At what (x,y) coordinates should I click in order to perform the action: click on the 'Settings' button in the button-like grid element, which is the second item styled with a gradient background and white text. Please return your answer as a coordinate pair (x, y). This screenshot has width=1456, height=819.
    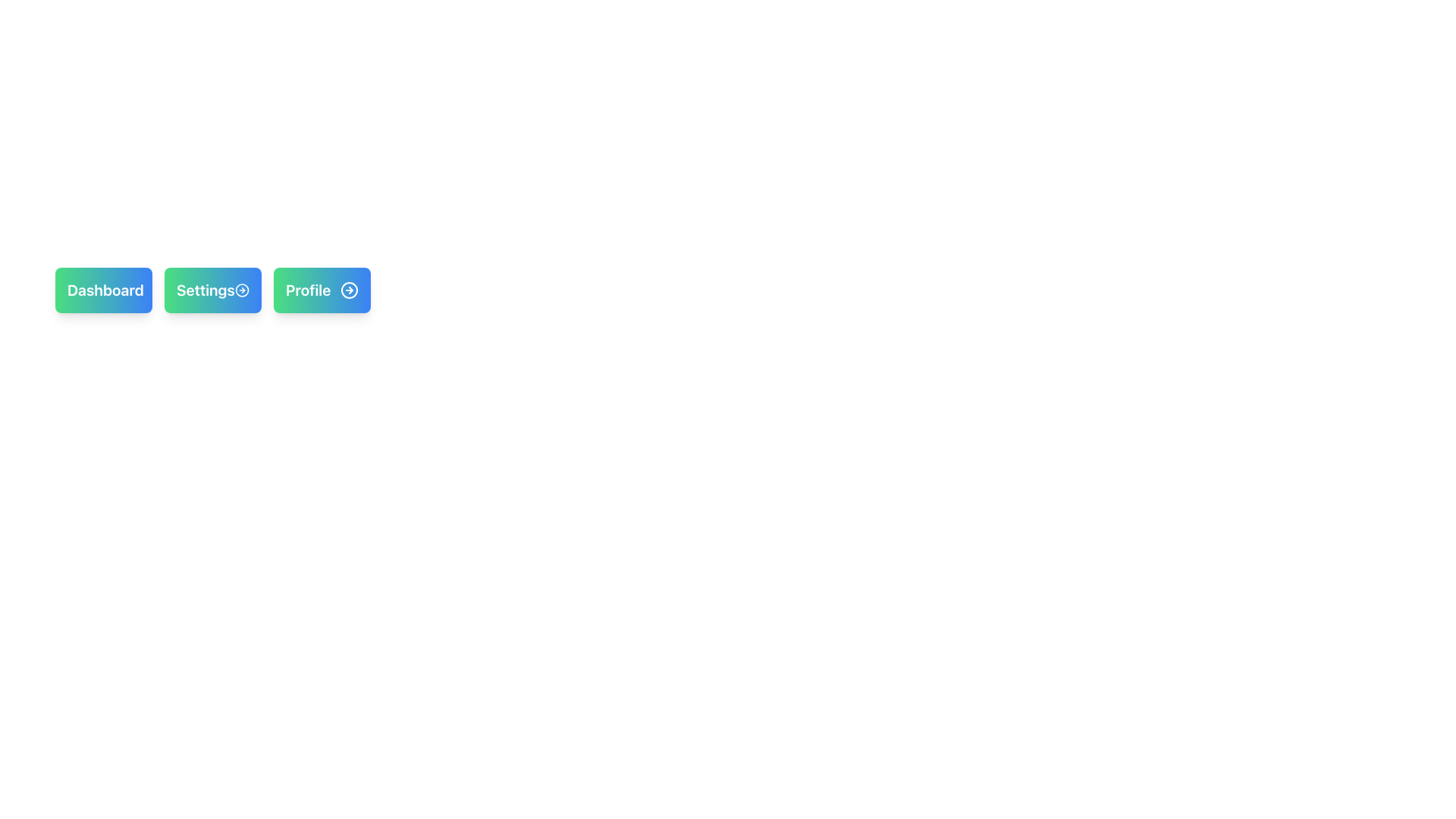
    Looking at the image, I should click on (212, 290).